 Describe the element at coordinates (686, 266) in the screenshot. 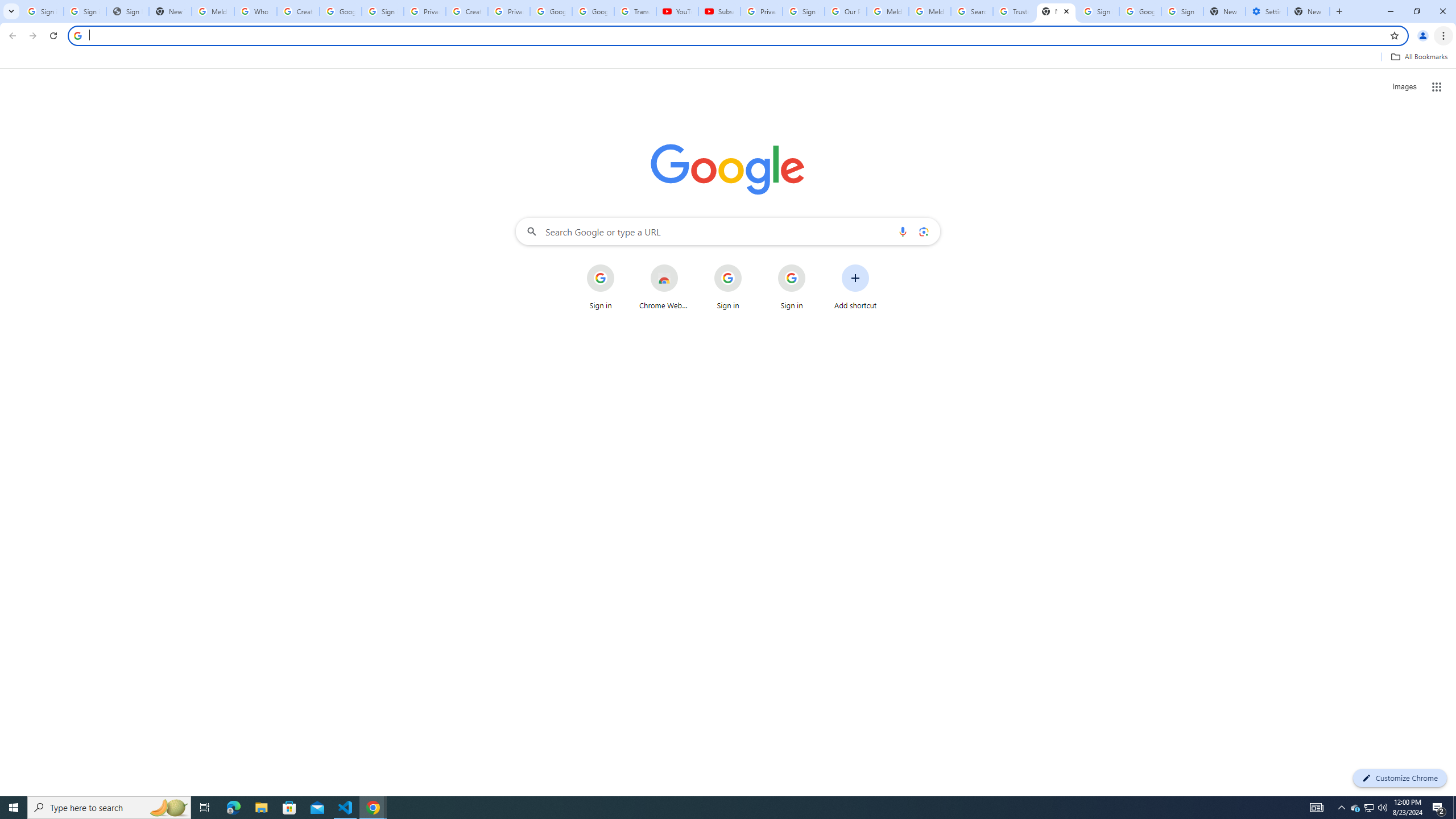

I see `'More actions for Chrome Web Store shortcut'` at that location.